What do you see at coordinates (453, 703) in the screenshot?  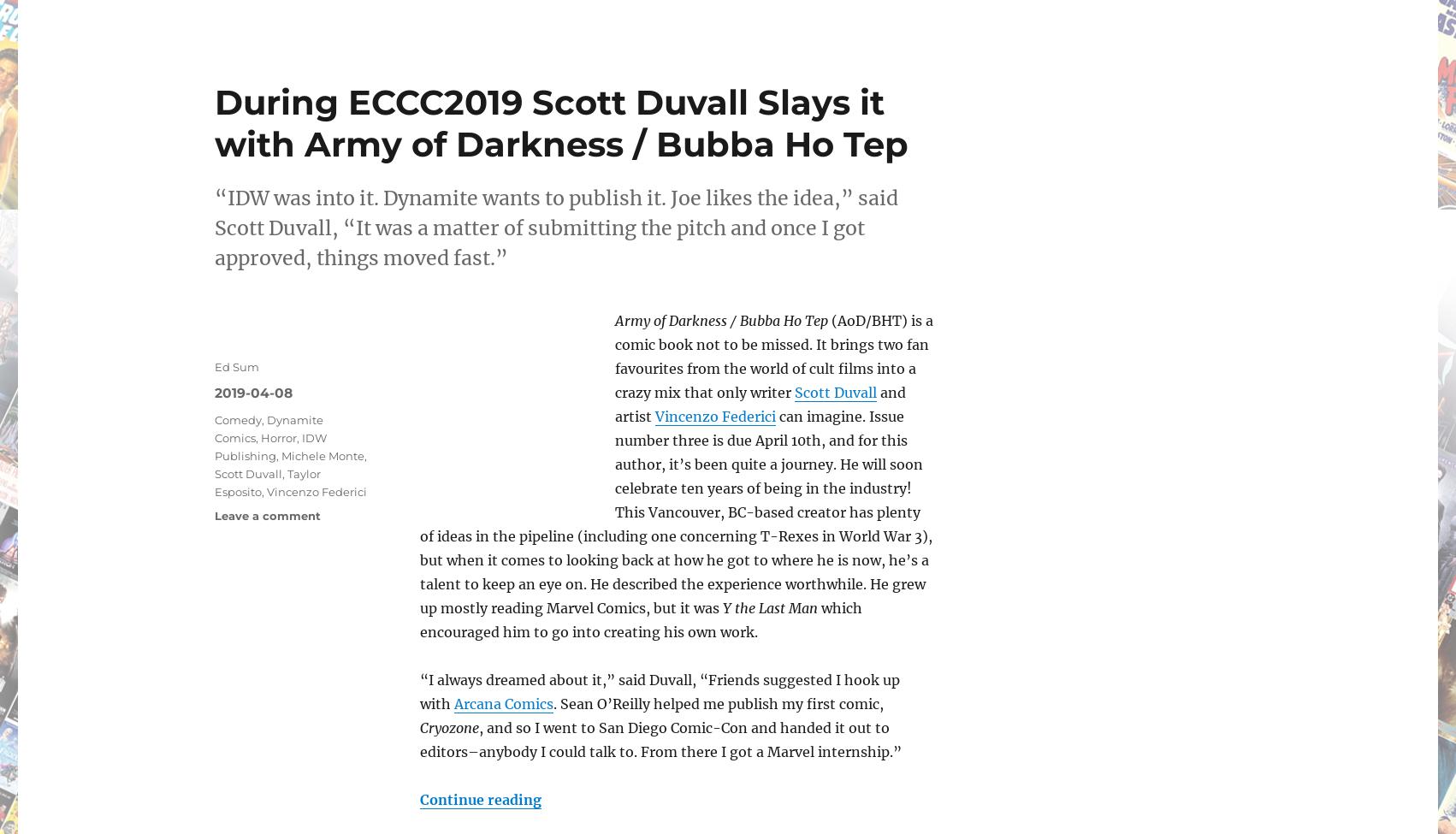 I see `'Arcana Comics'` at bounding box center [453, 703].